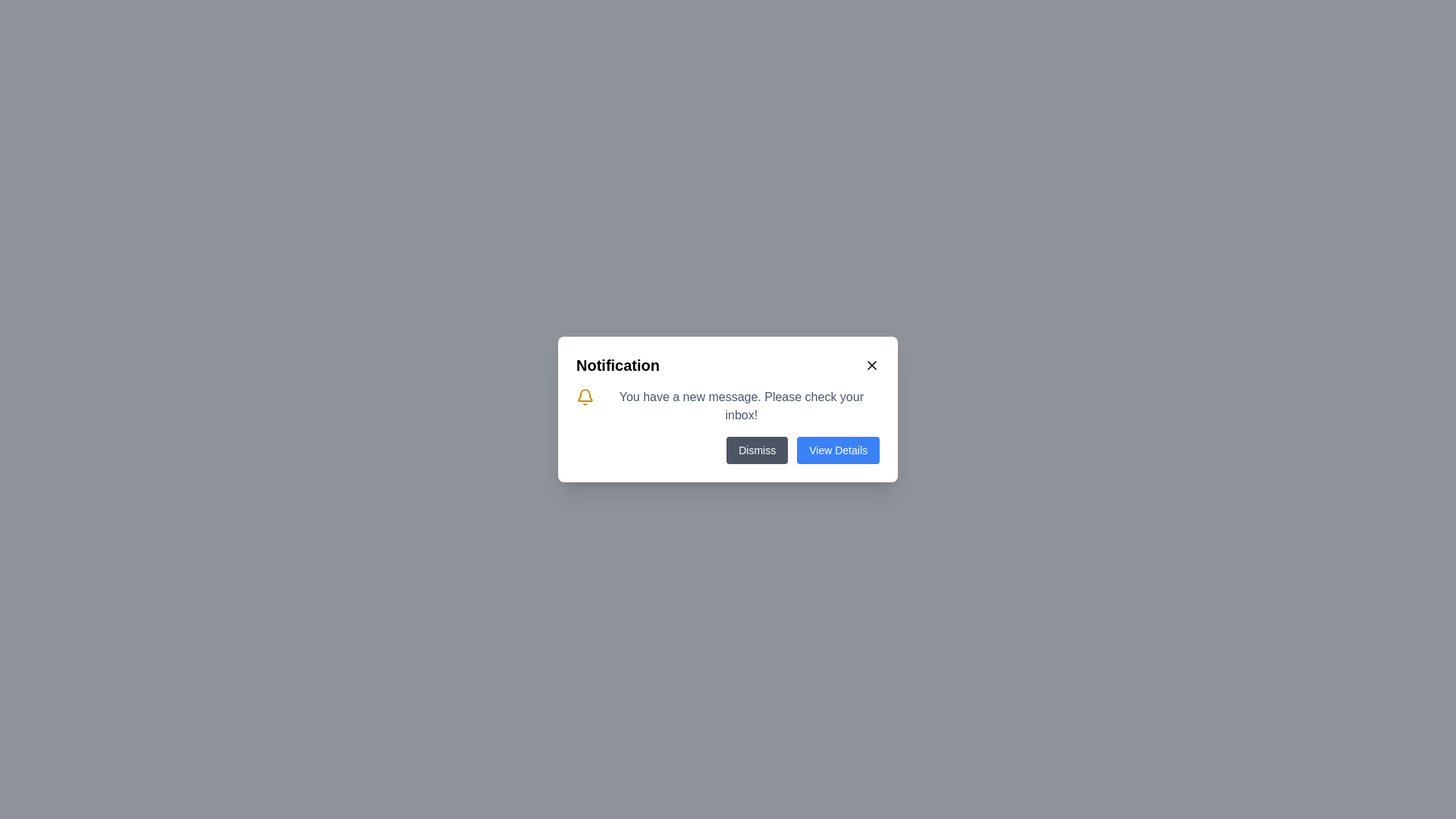 The image size is (1456, 819). What do you see at coordinates (584, 394) in the screenshot?
I see `the yellow bell-shaped icon with a hollow outline located in the notification panel, near the title labeled 'Notification'` at bounding box center [584, 394].